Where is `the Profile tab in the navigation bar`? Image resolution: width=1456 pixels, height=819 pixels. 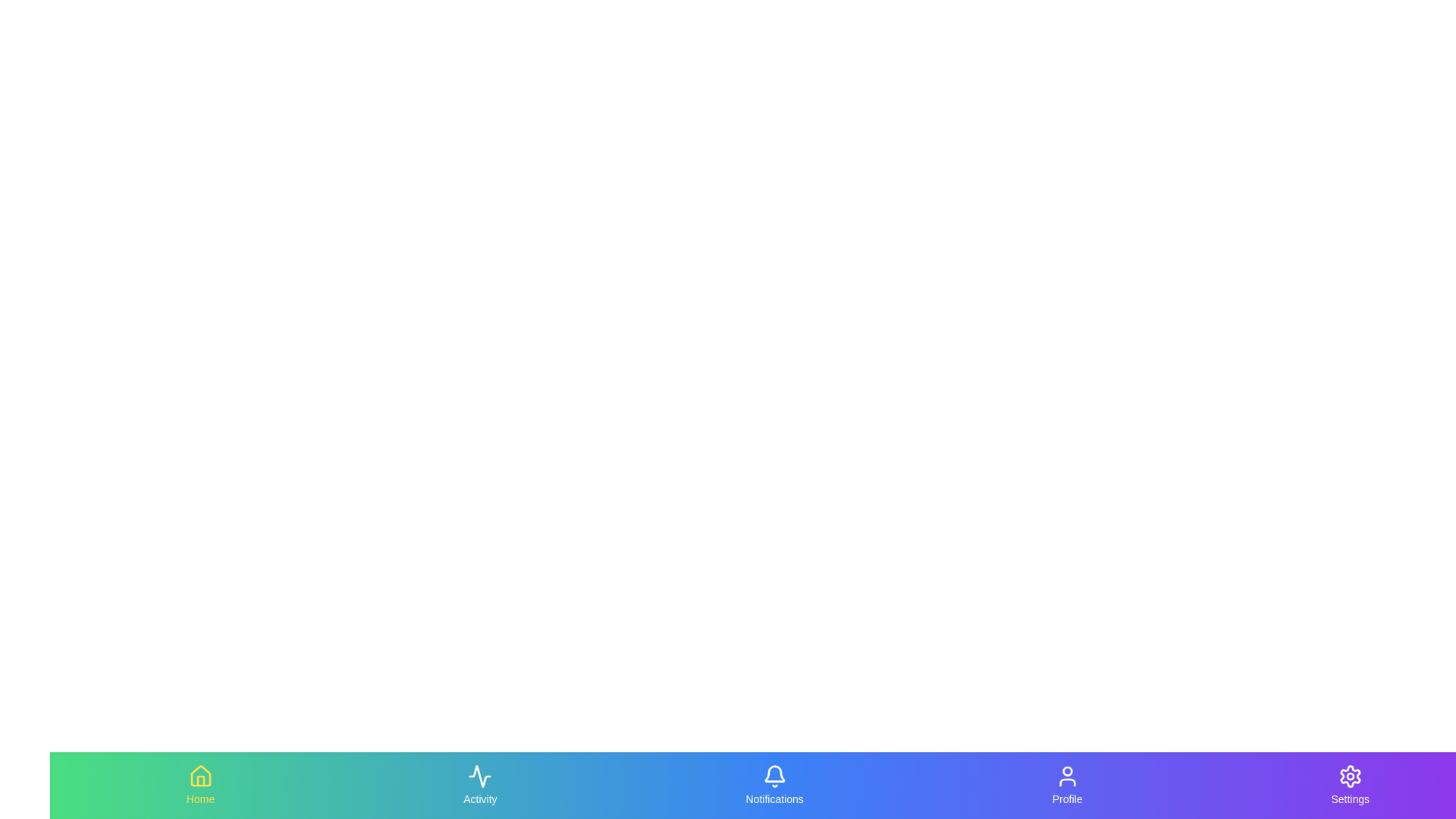
the Profile tab in the navigation bar is located at coordinates (1066, 785).